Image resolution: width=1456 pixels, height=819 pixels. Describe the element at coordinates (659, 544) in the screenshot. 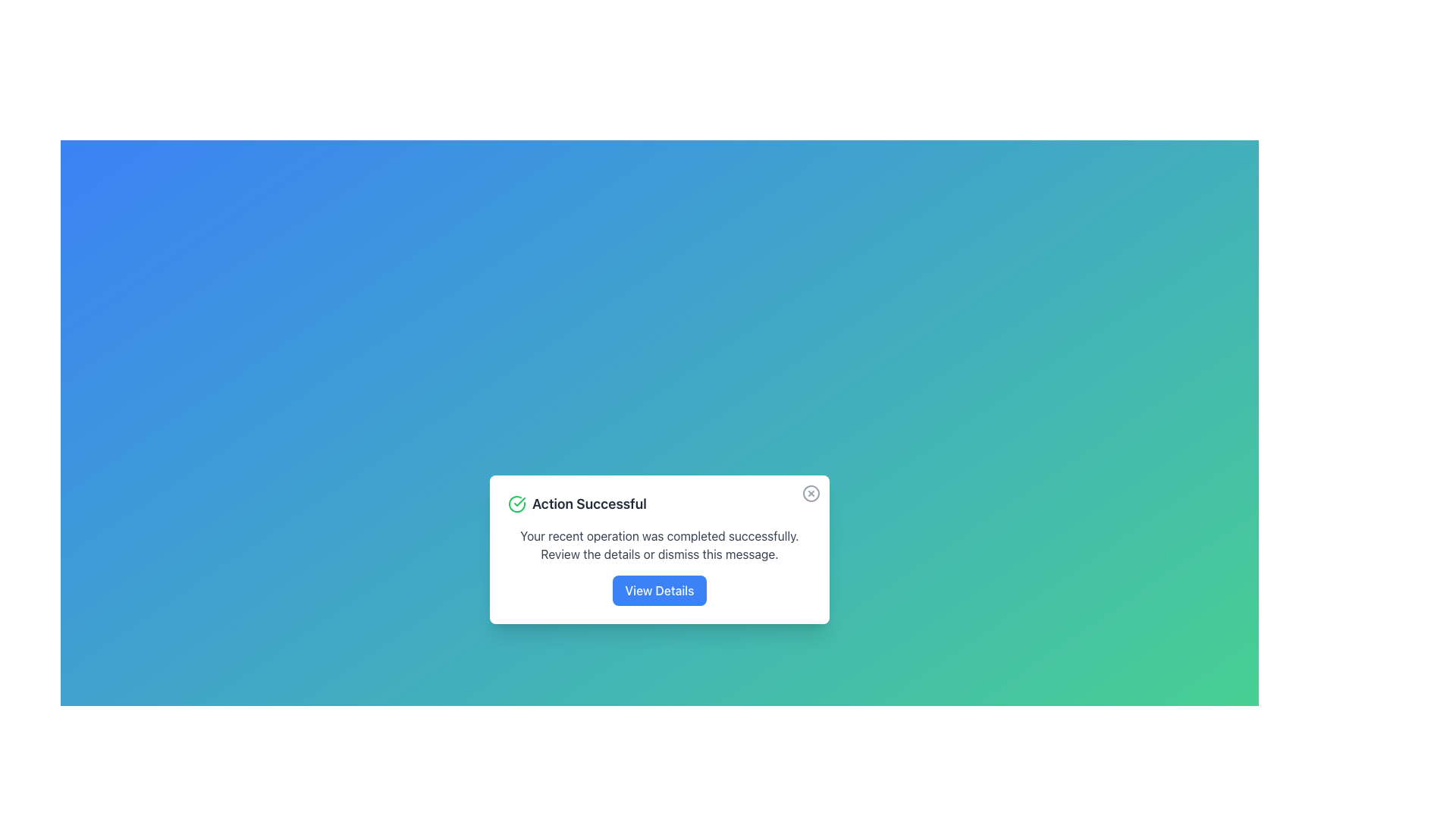

I see `the informational text located centrally within the popup modal, positioned below the heading 'Action Successful' and above the 'View Details' button` at that location.